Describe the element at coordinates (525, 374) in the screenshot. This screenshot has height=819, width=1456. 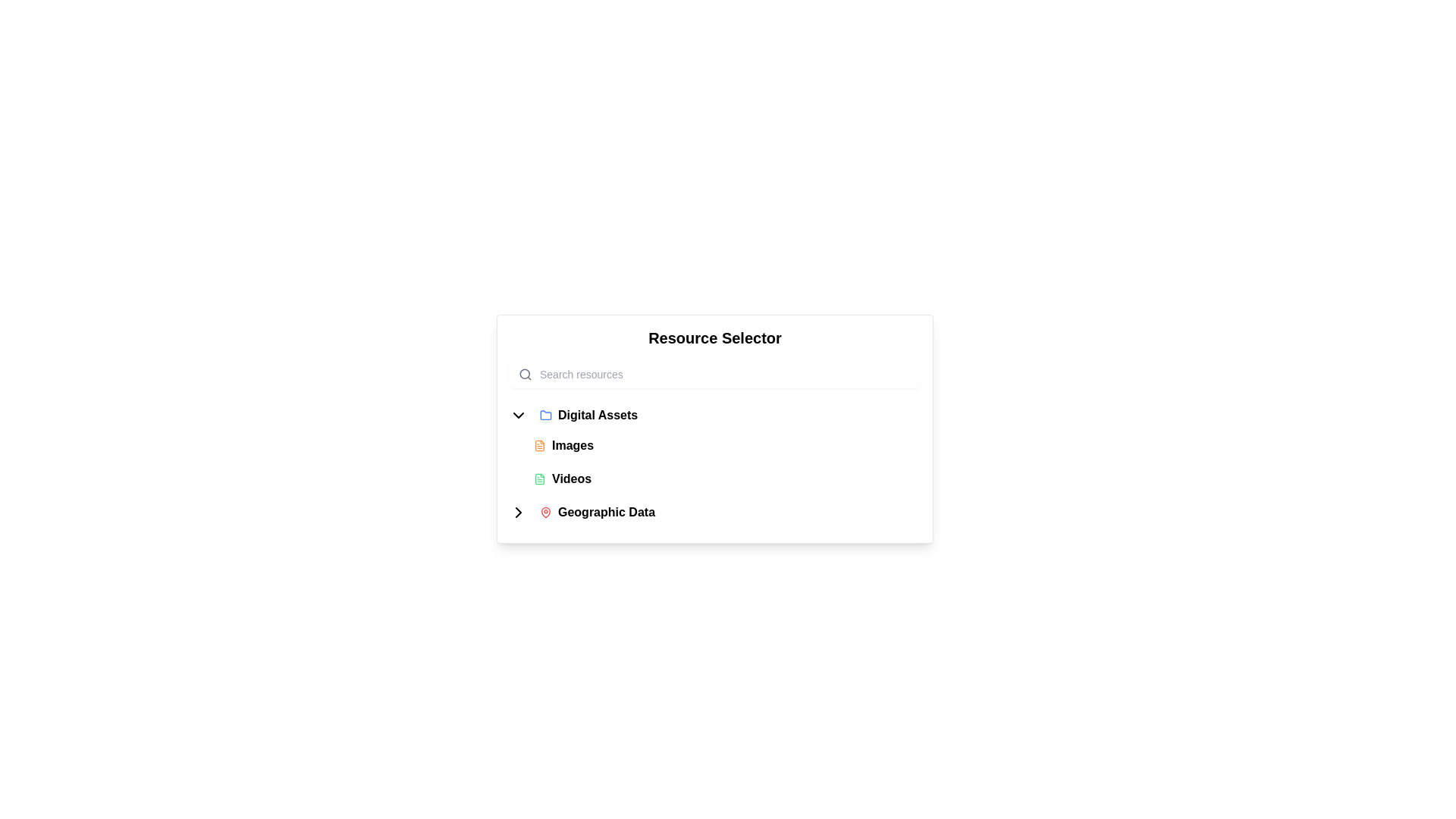
I see `the search icon located in the upper left corner of the 'Resource Selector' header section` at that location.